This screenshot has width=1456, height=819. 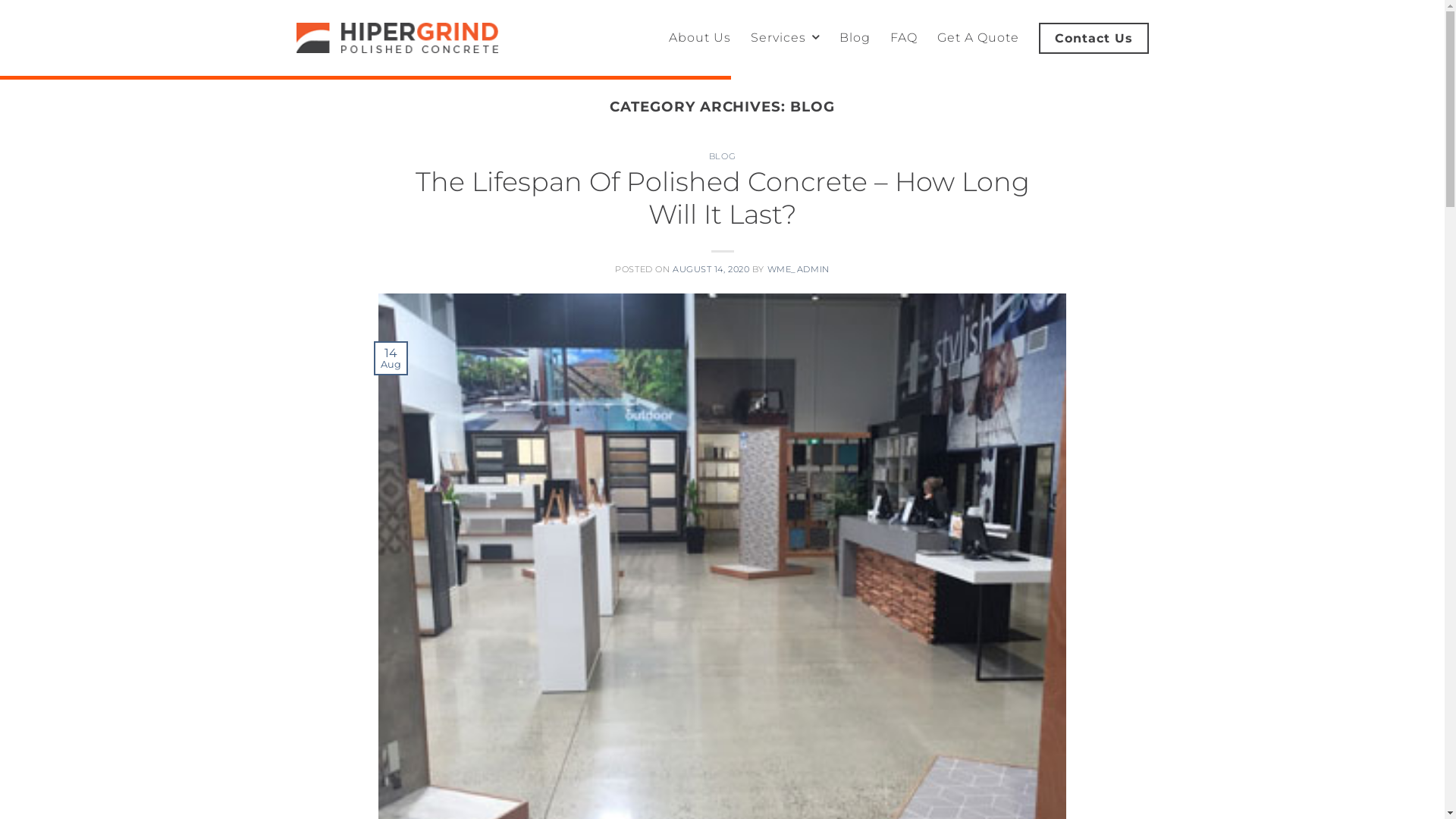 What do you see at coordinates (710, 268) in the screenshot?
I see `'AUGUST 14, 2020'` at bounding box center [710, 268].